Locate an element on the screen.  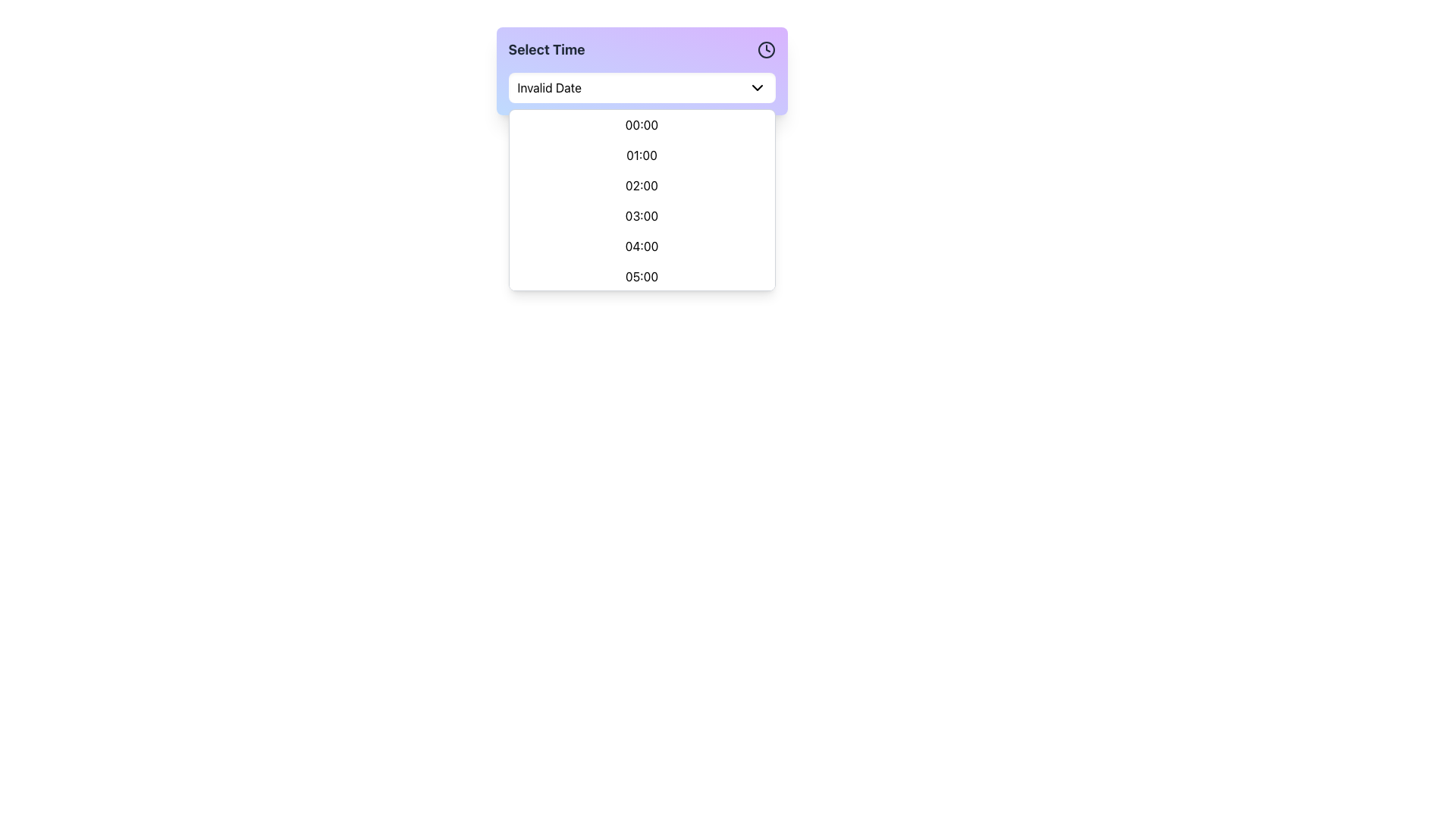
the selectable time option '02:00' in the dropdown menu, which is the third item in the list positioned between '01:00' and '03:00' is located at coordinates (642, 185).